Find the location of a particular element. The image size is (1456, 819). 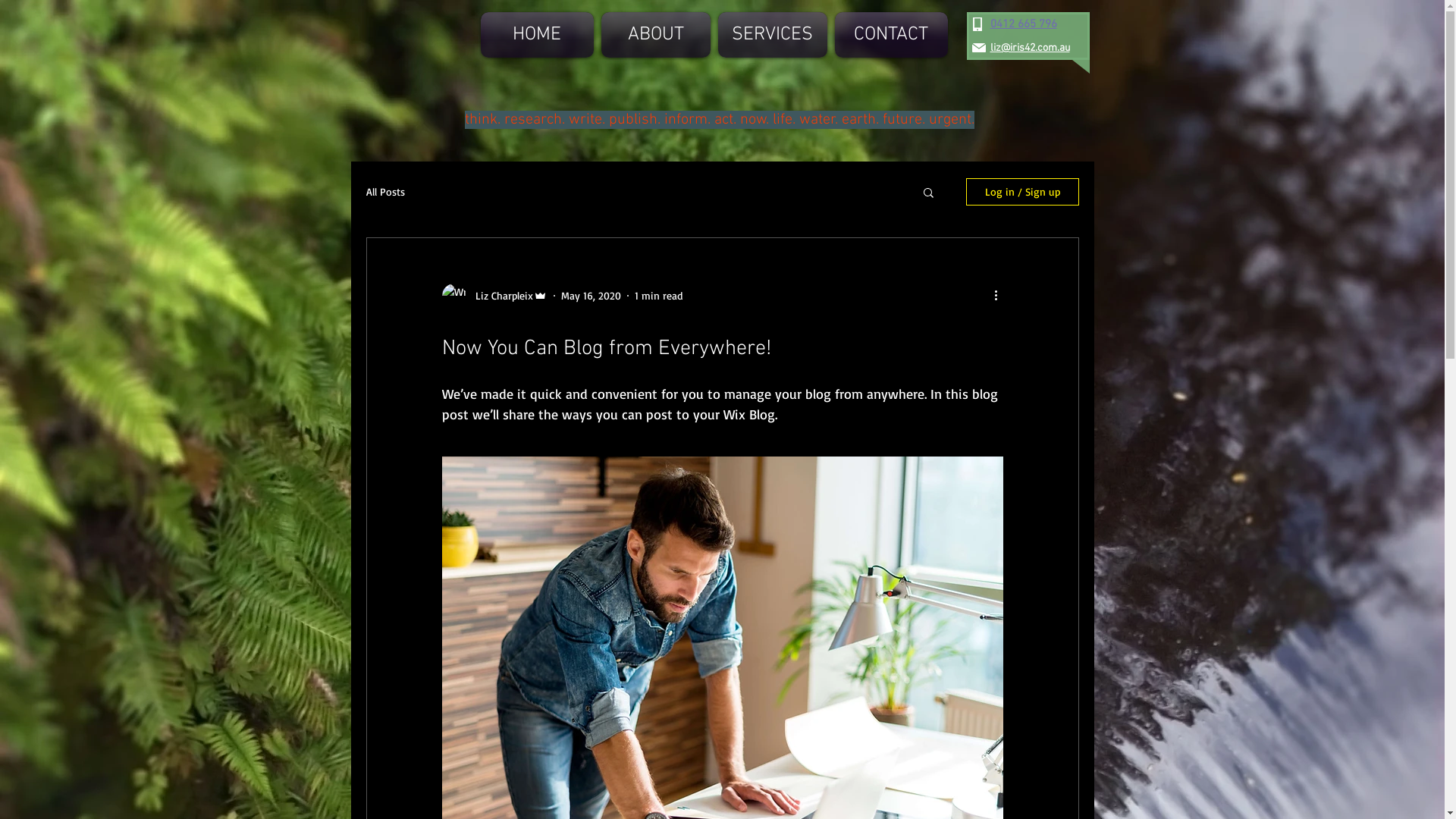

'liz@iris42.com.au' is located at coordinates (1030, 47).